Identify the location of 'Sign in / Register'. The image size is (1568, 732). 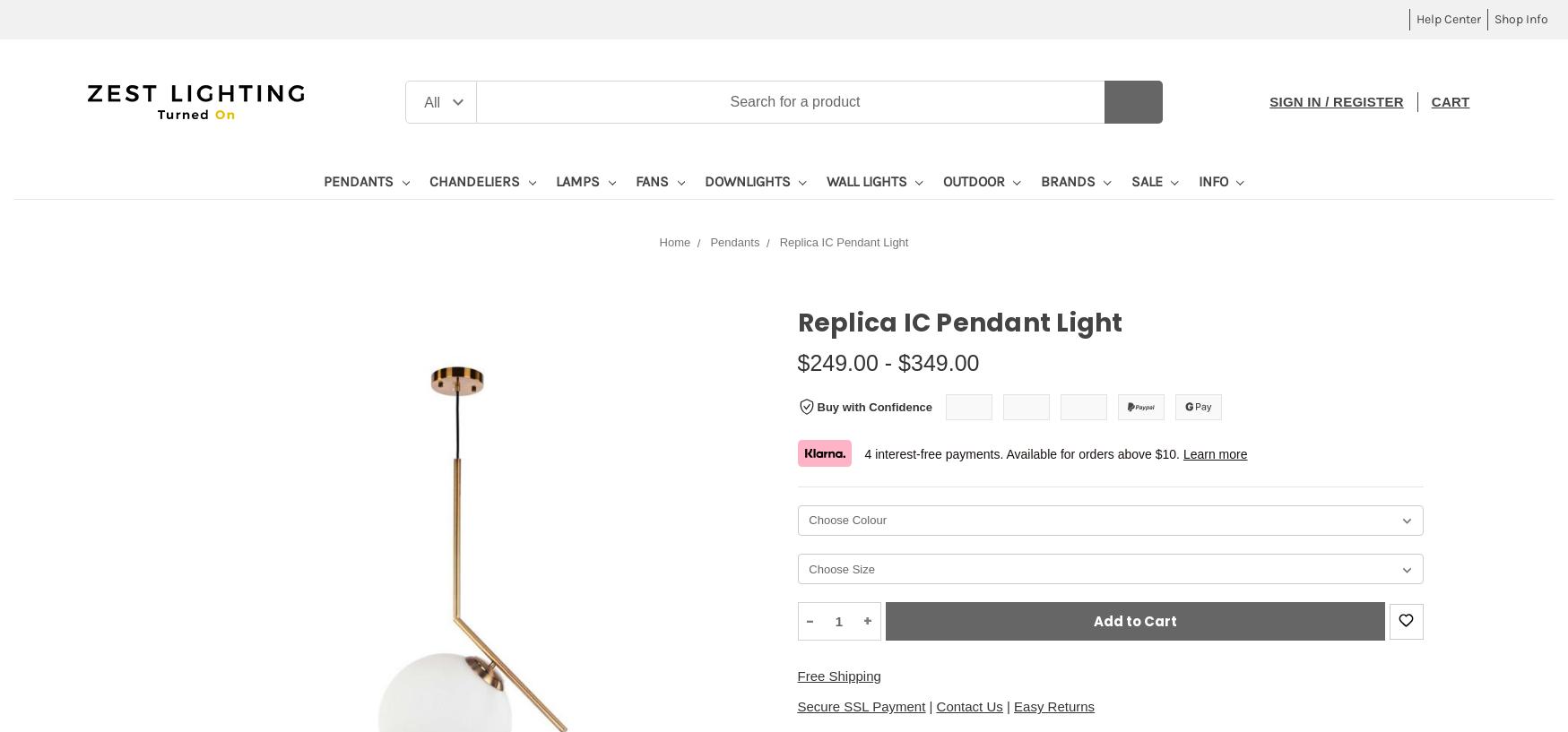
(1269, 100).